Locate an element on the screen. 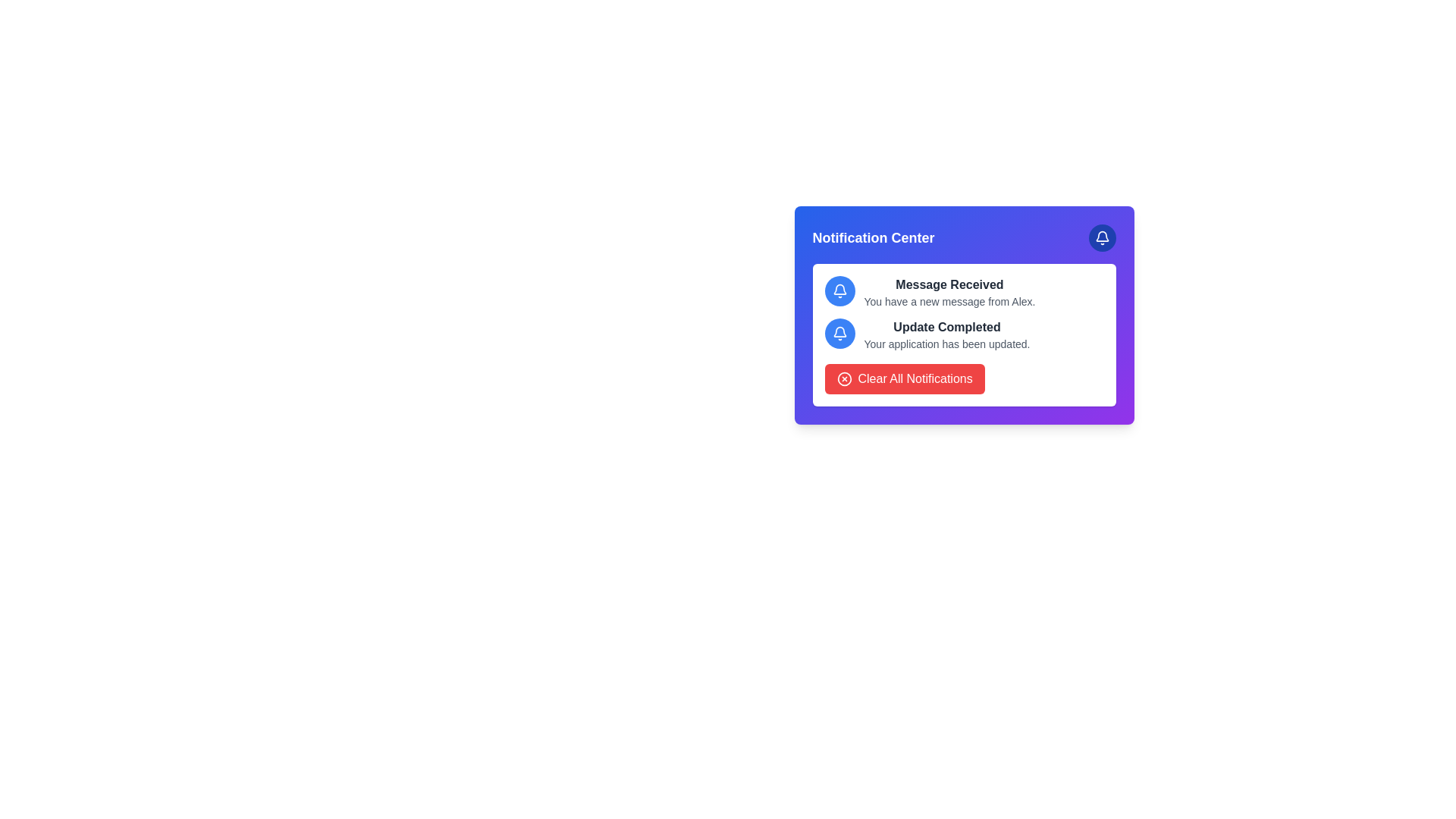  the circular blue button with a white outlined bell icon is located at coordinates (1102, 237).